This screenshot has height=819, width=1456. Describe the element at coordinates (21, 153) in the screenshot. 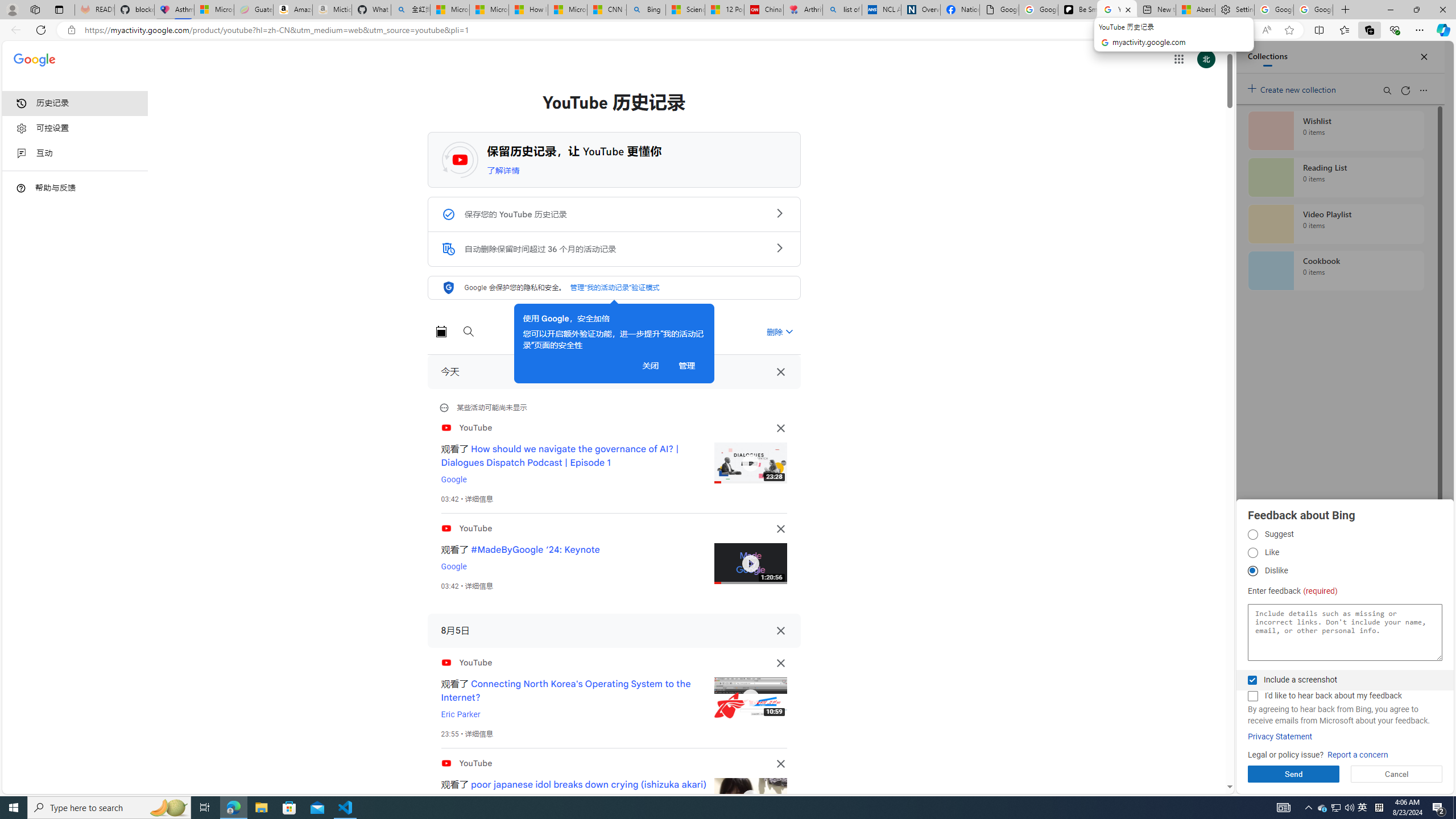

I see `'Class: i2GIId'` at that location.